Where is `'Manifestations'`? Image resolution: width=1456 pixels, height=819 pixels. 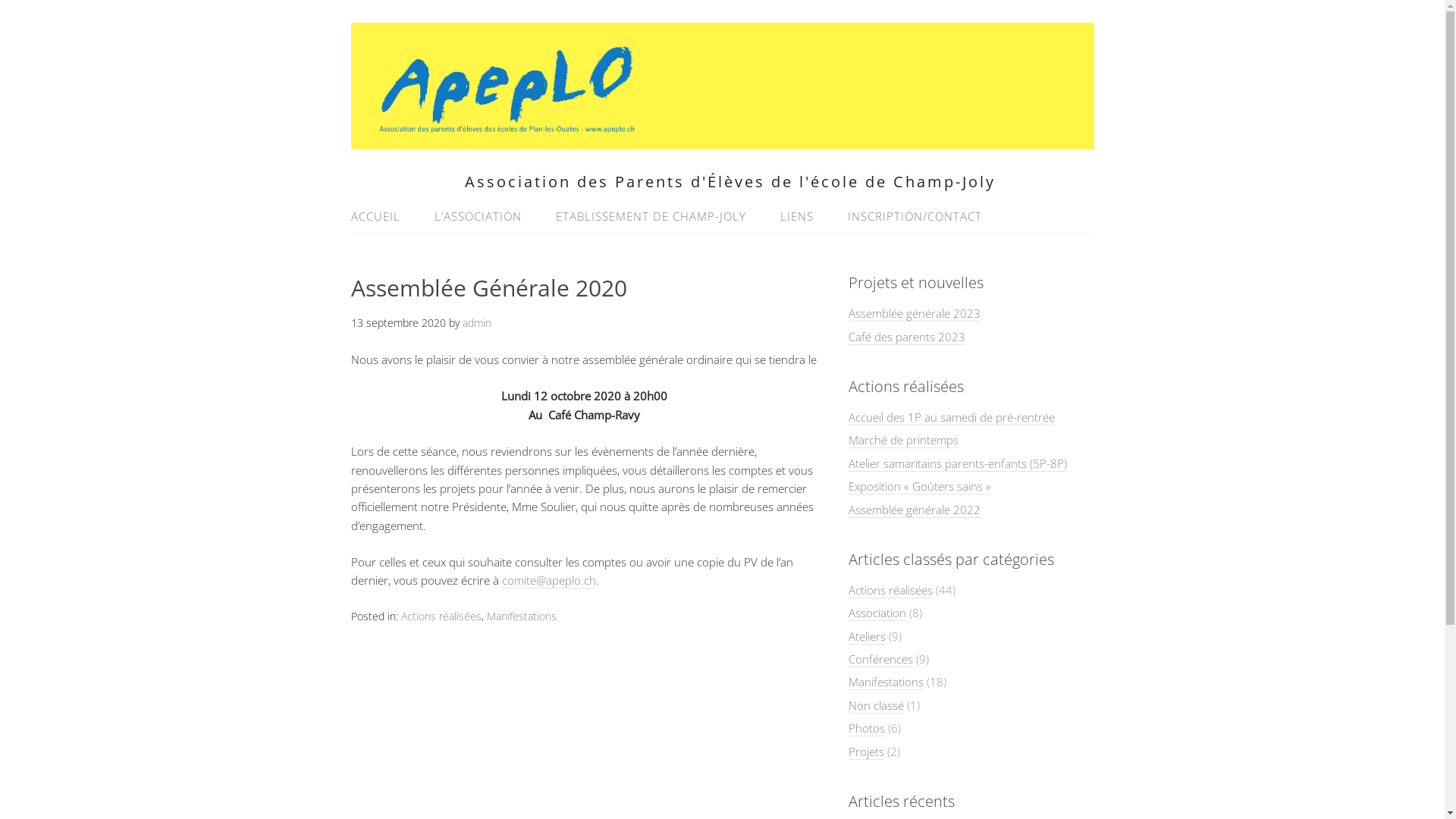
'Manifestations' is located at coordinates (521, 616).